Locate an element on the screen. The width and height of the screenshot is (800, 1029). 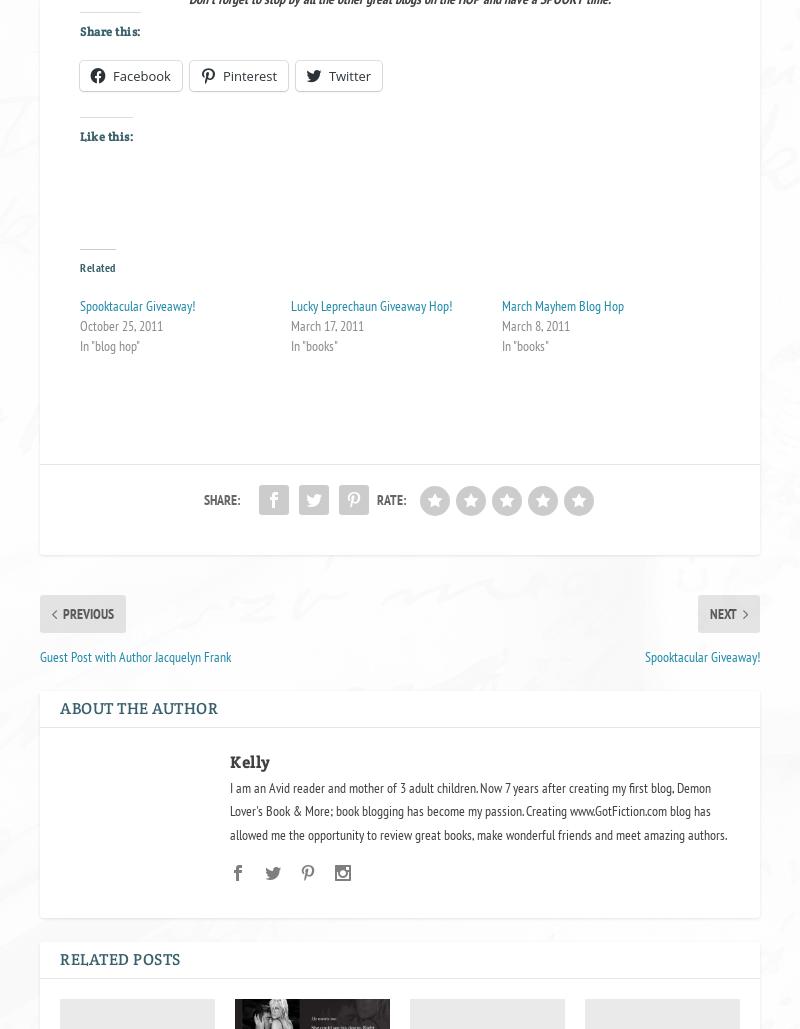
'Related Posts' is located at coordinates (119, 957).